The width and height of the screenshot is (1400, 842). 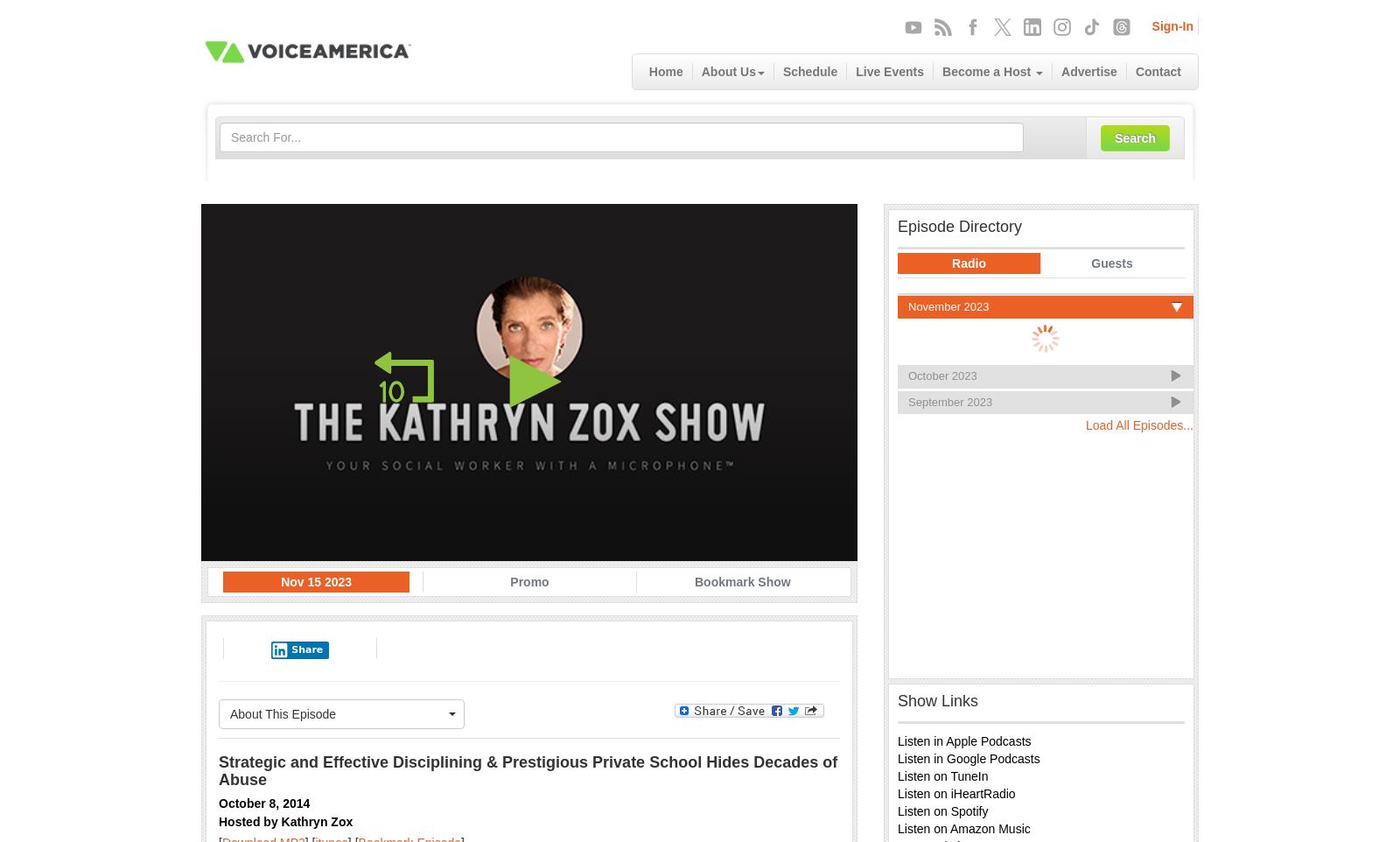 I want to click on 'Become a Host', so click(x=988, y=71).